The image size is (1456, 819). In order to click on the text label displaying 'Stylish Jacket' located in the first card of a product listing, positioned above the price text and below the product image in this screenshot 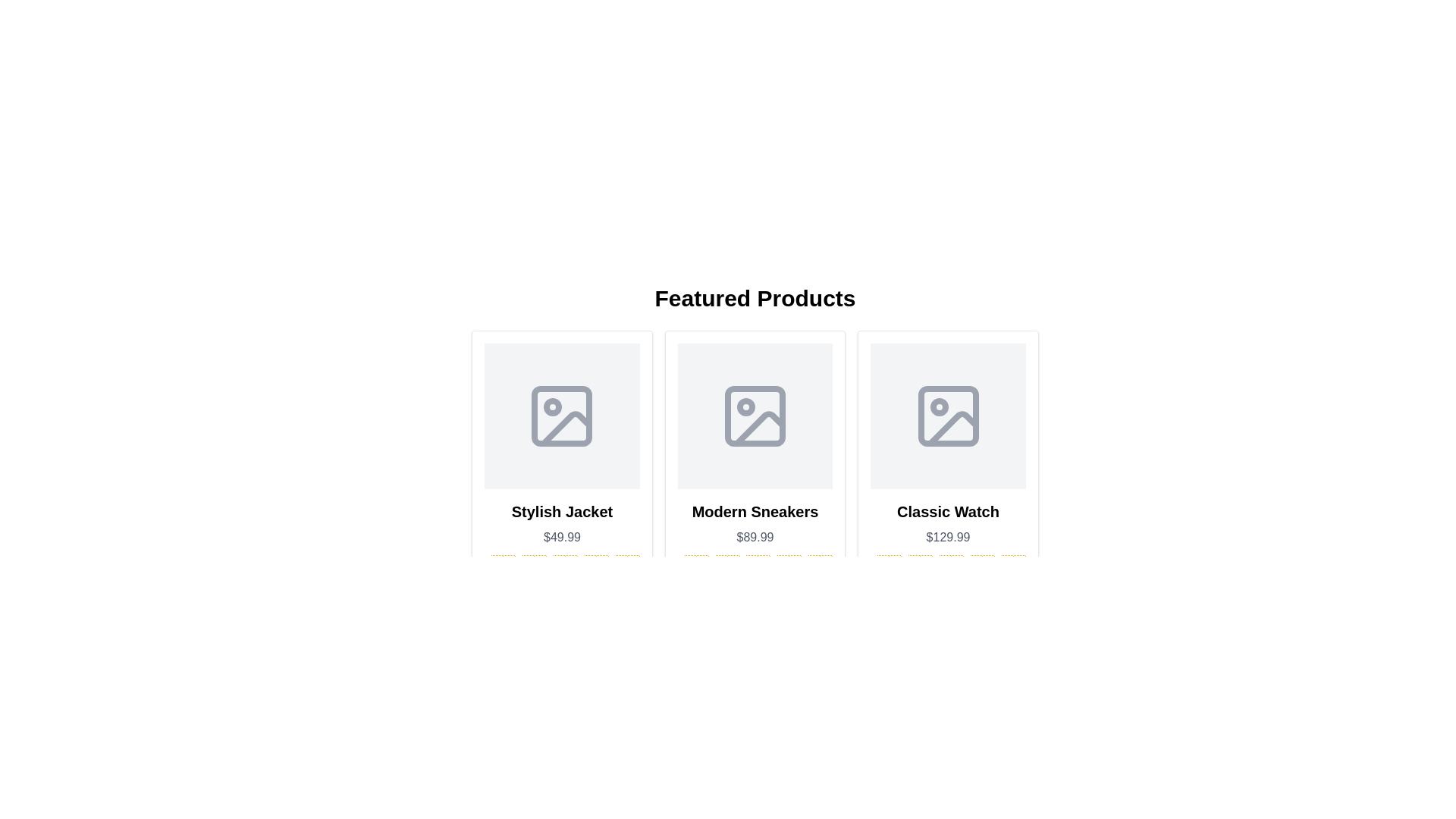, I will do `click(561, 512)`.